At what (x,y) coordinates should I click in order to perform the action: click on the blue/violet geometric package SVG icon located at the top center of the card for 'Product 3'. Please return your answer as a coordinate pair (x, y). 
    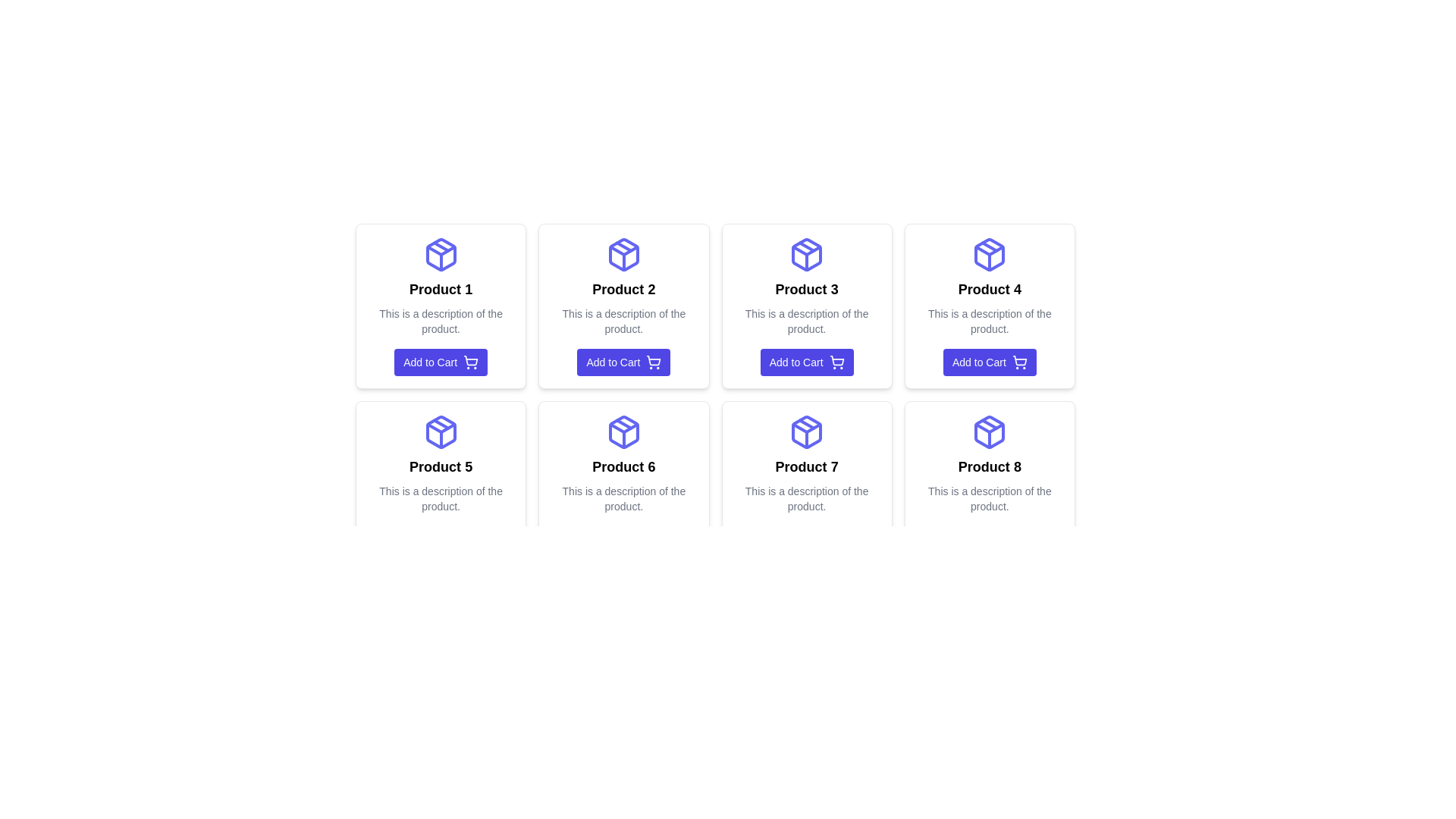
    Looking at the image, I should click on (806, 253).